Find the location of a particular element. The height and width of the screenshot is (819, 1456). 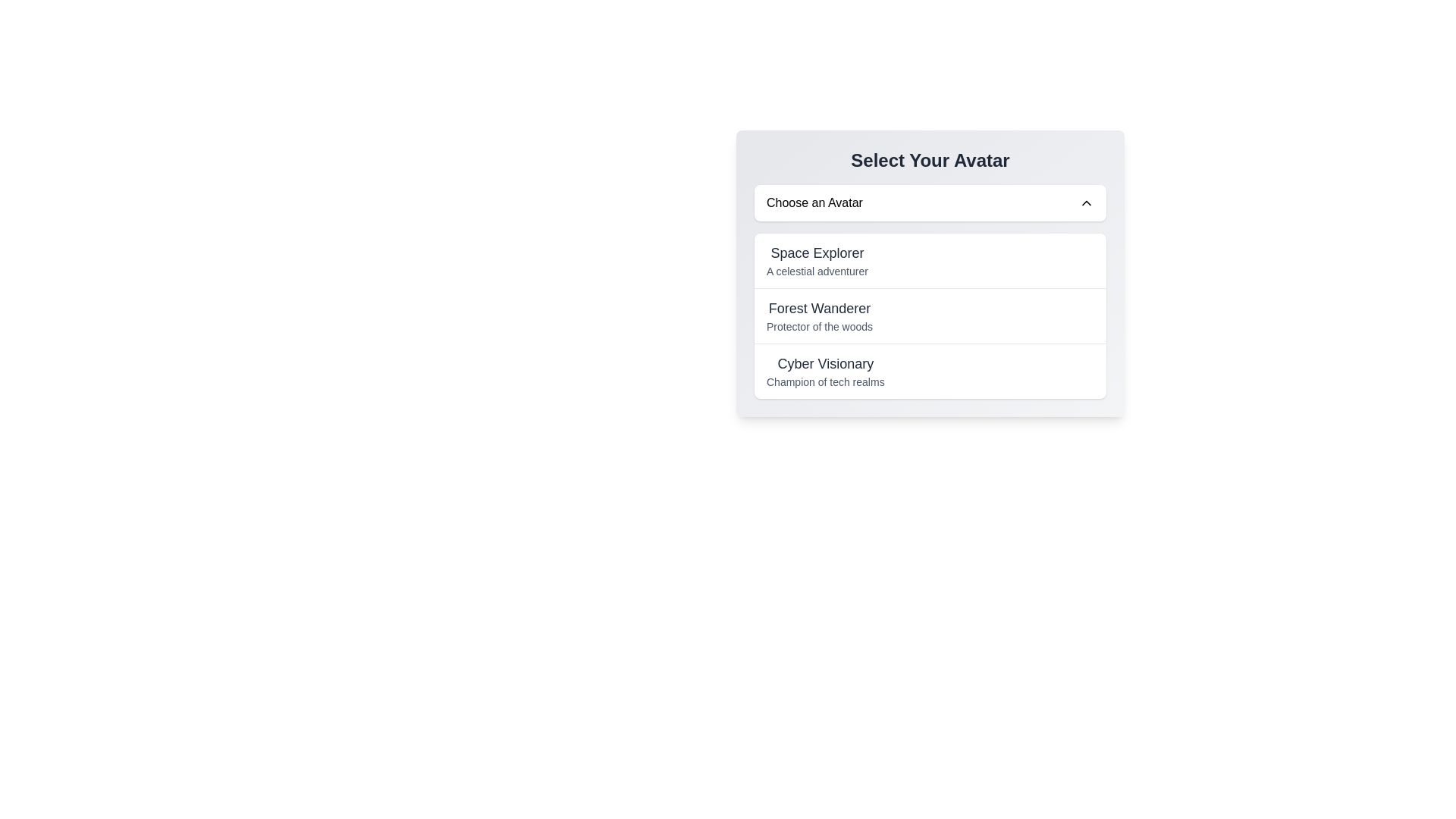

the third selectable list item titled 'Cyber Visionary' is located at coordinates (930, 371).